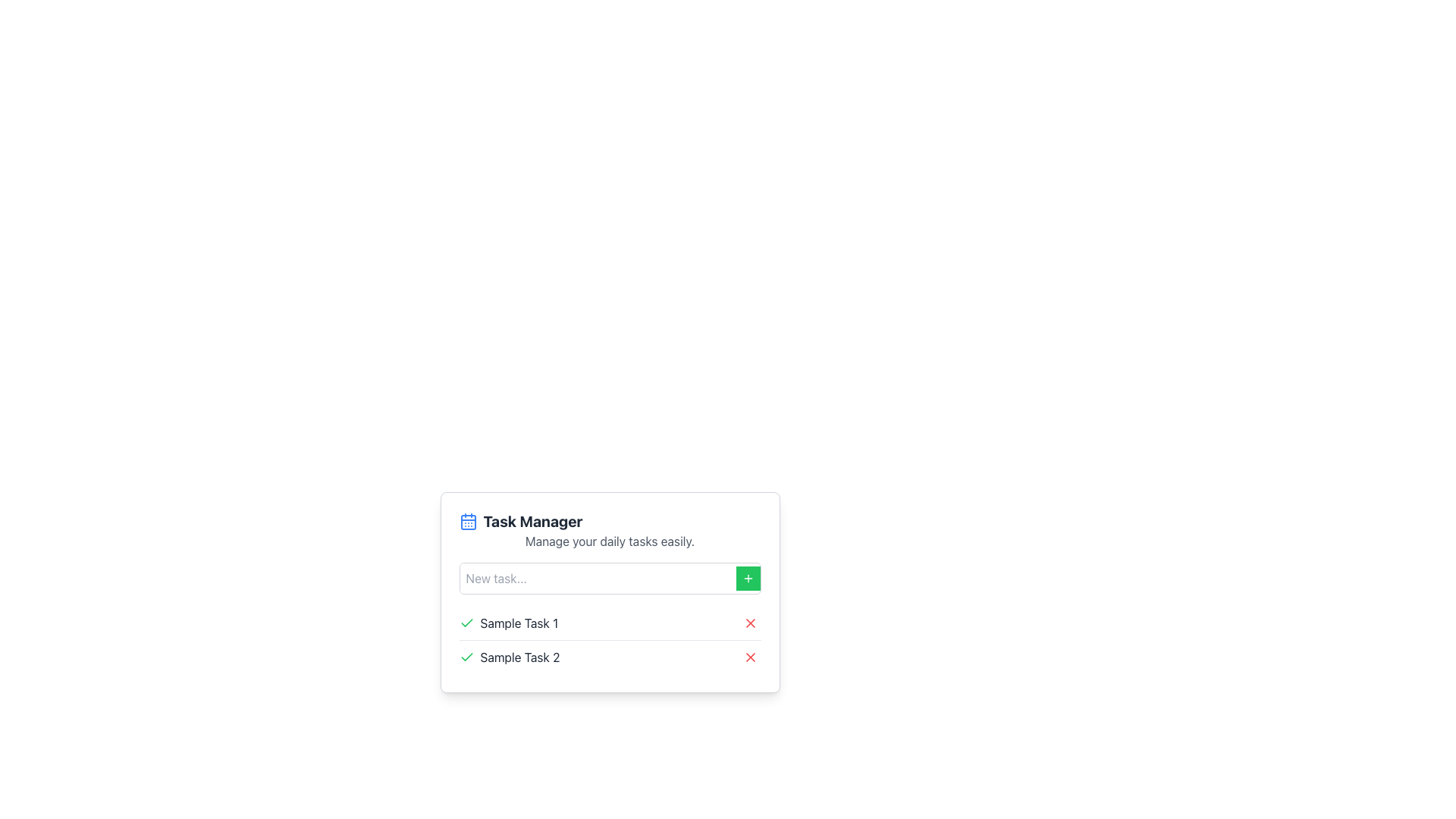  What do you see at coordinates (750, 623) in the screenshot?
I see `the delete button associated with the task labeled 'Sample Task 1' in the Task Manager` at bounding box center [750, 623].